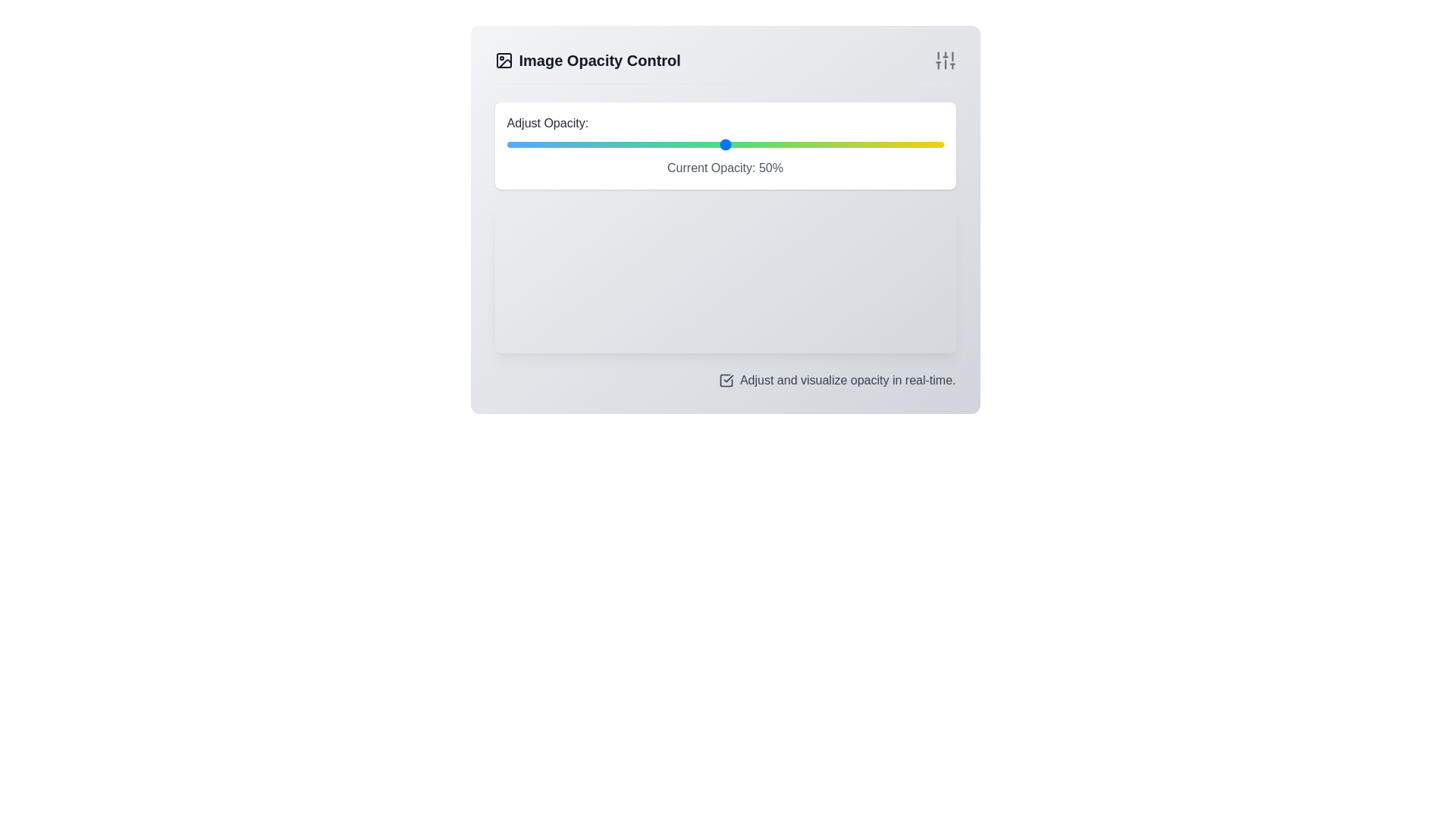 The width and height of the screenshot is (1456, 819). Describe the element at coordinates (725, 379) in the screenshot. I see `the checkbox element, which is a square icon with a checkmark inside it, located near the bottom of the interface to the left of the text 'Adjust and visualize opacity in real-time.'` at that location.